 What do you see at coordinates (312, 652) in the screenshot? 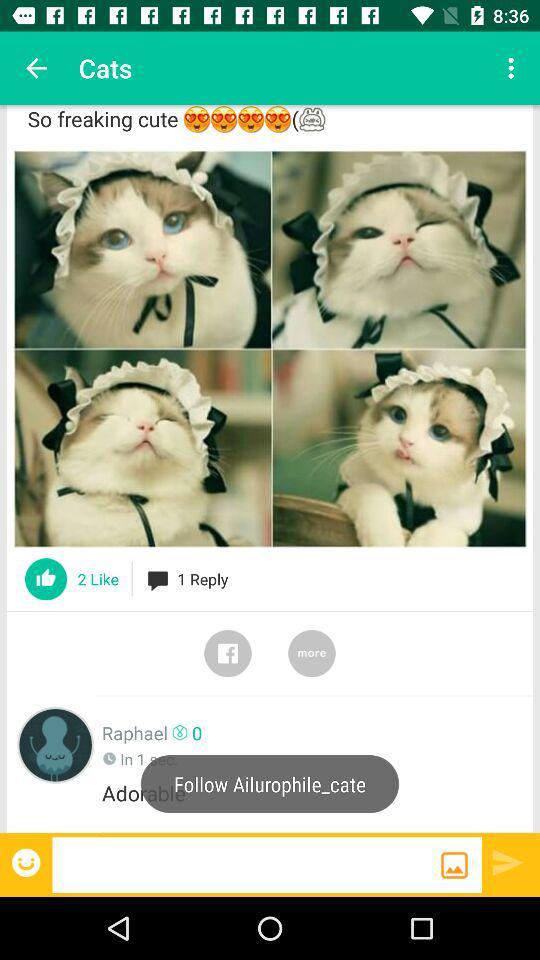
I see `more switch` at bounding box center [312, 652].